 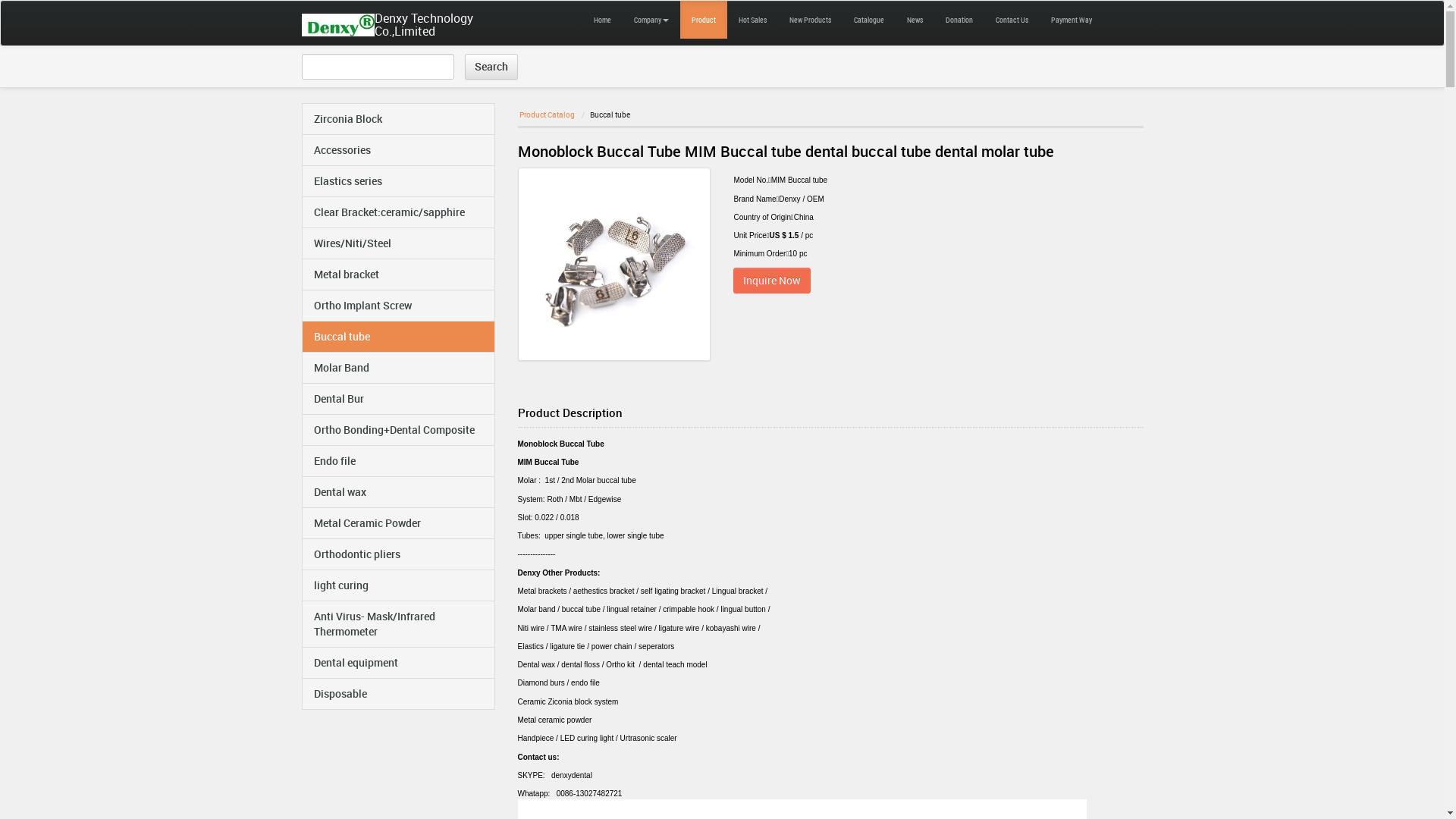 What do you see at coordinates (302, 149) in the screenshot?
I see `'Accessories'` at bounding box center [302, 149].